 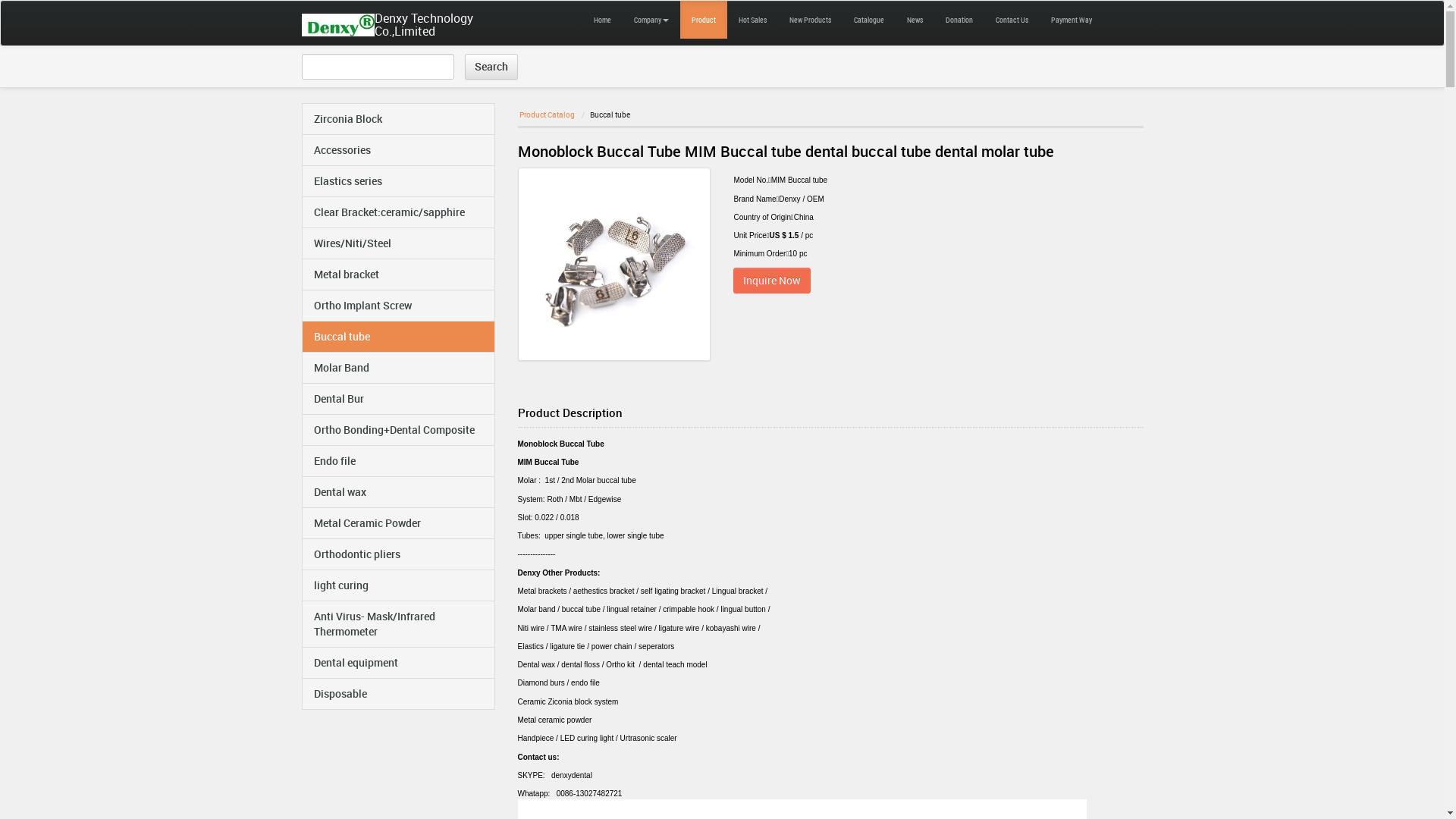 What do you see at coordinates (302, 149) in the screenshot?
I see `'Accessories'` at bounding box center [302, 149].